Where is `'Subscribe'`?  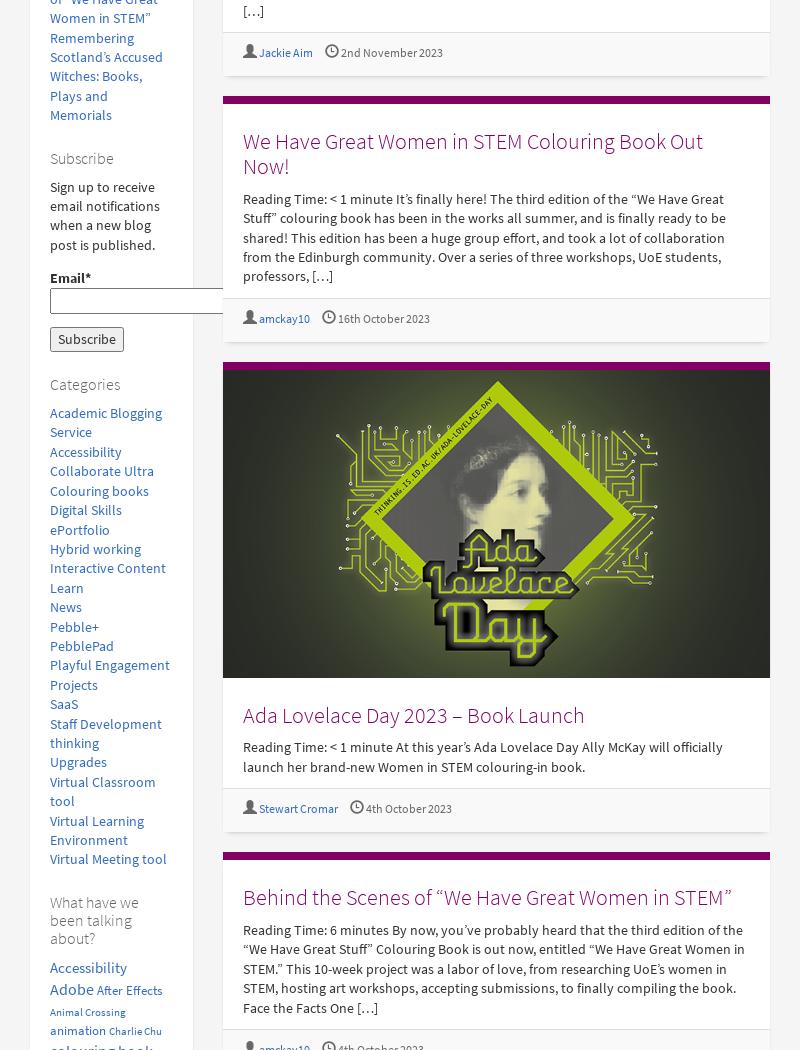
'Subscribe' is located at coordinates (82, 156).